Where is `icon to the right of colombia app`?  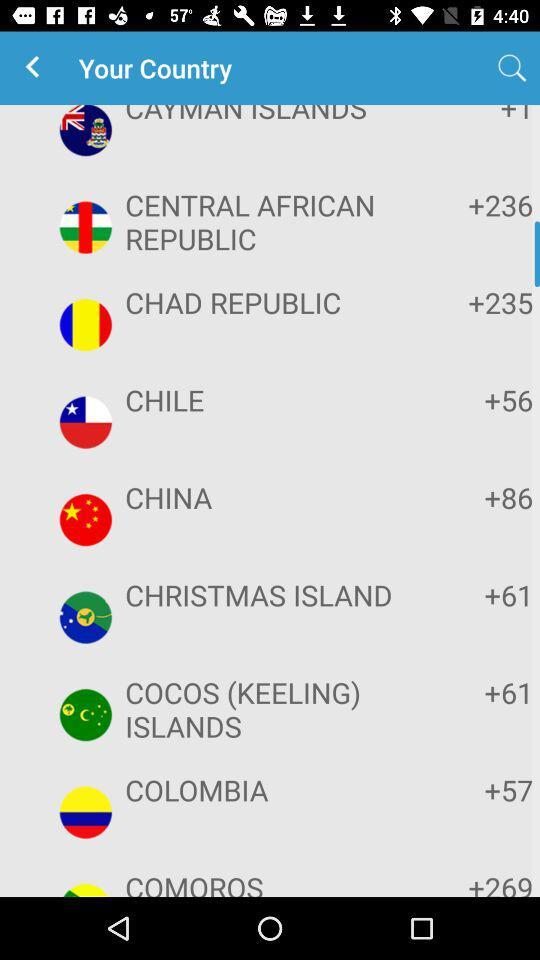 icon to the right of colombia app is located at coordinates (471, 789).